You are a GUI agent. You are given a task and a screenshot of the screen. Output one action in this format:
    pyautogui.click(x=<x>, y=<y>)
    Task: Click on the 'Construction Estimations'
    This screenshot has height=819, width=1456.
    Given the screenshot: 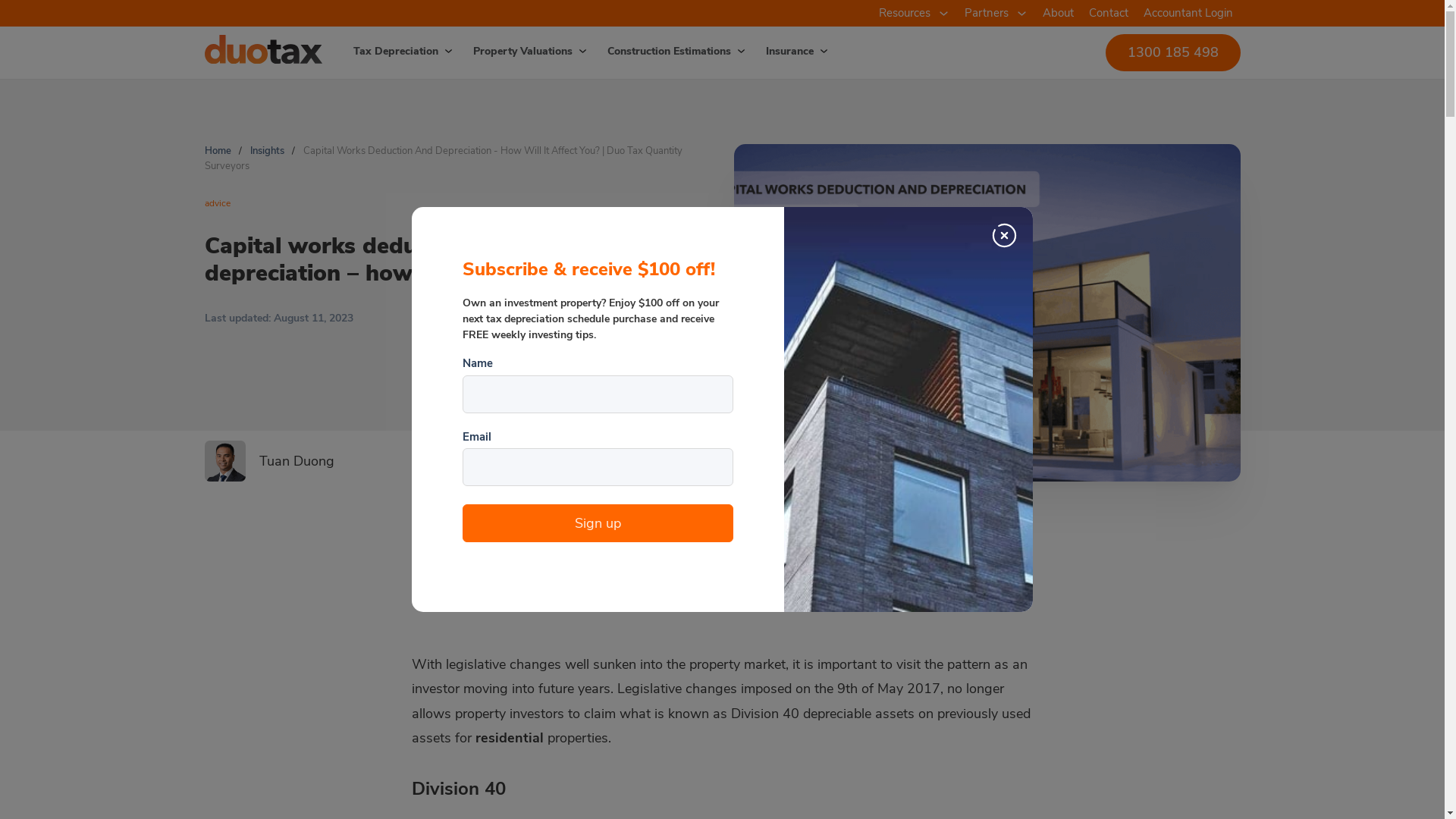 What is the action you would take?
    pyautogui.click(x=659, y=50)
    